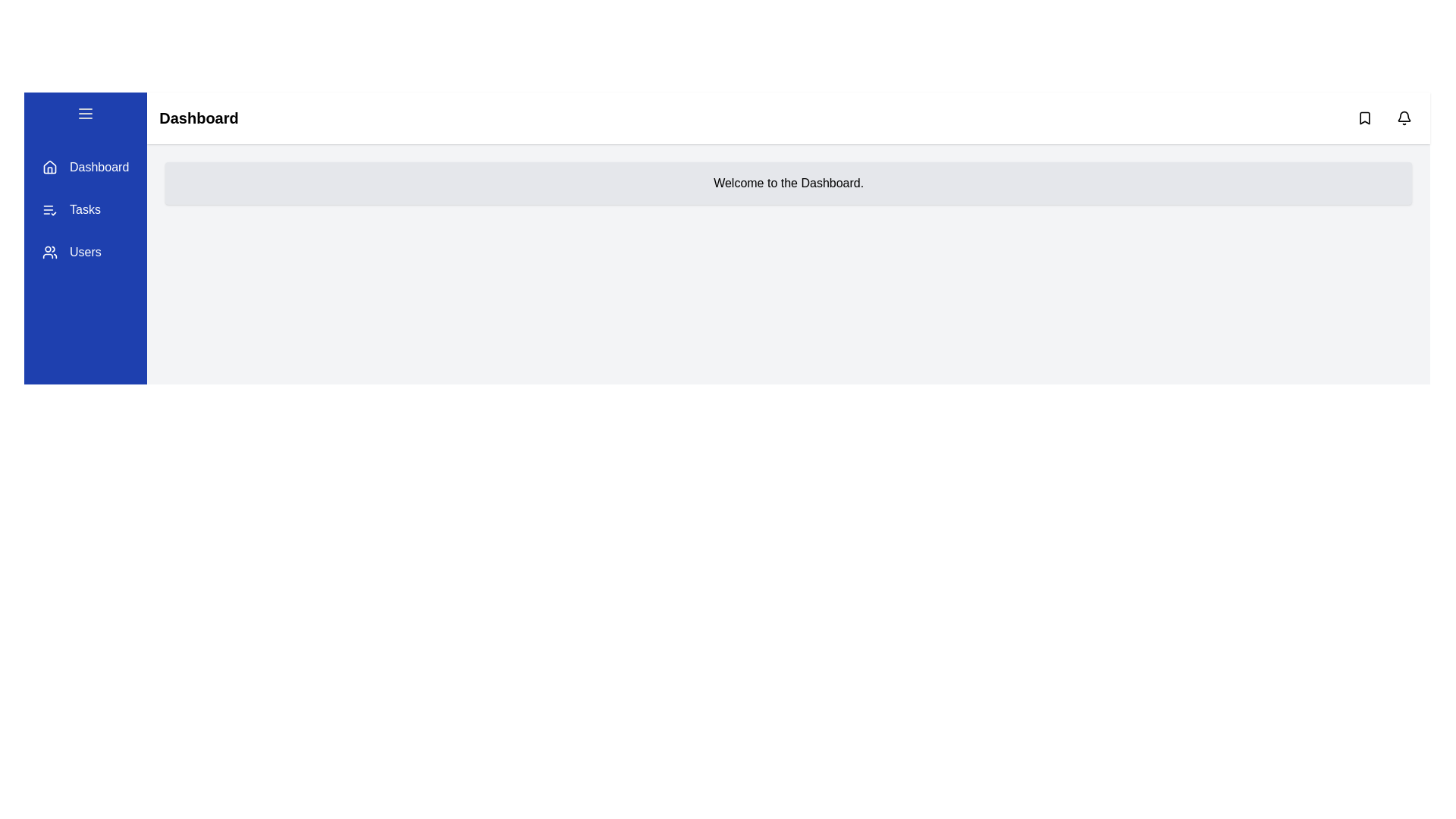 The image size is (1456, 819). What do you see at coordinates (71, 251) in the screenshot?
I see `the third item in the vertical navigation list, located below the 'Tasks' menu item` at bounding box center [71, 251].